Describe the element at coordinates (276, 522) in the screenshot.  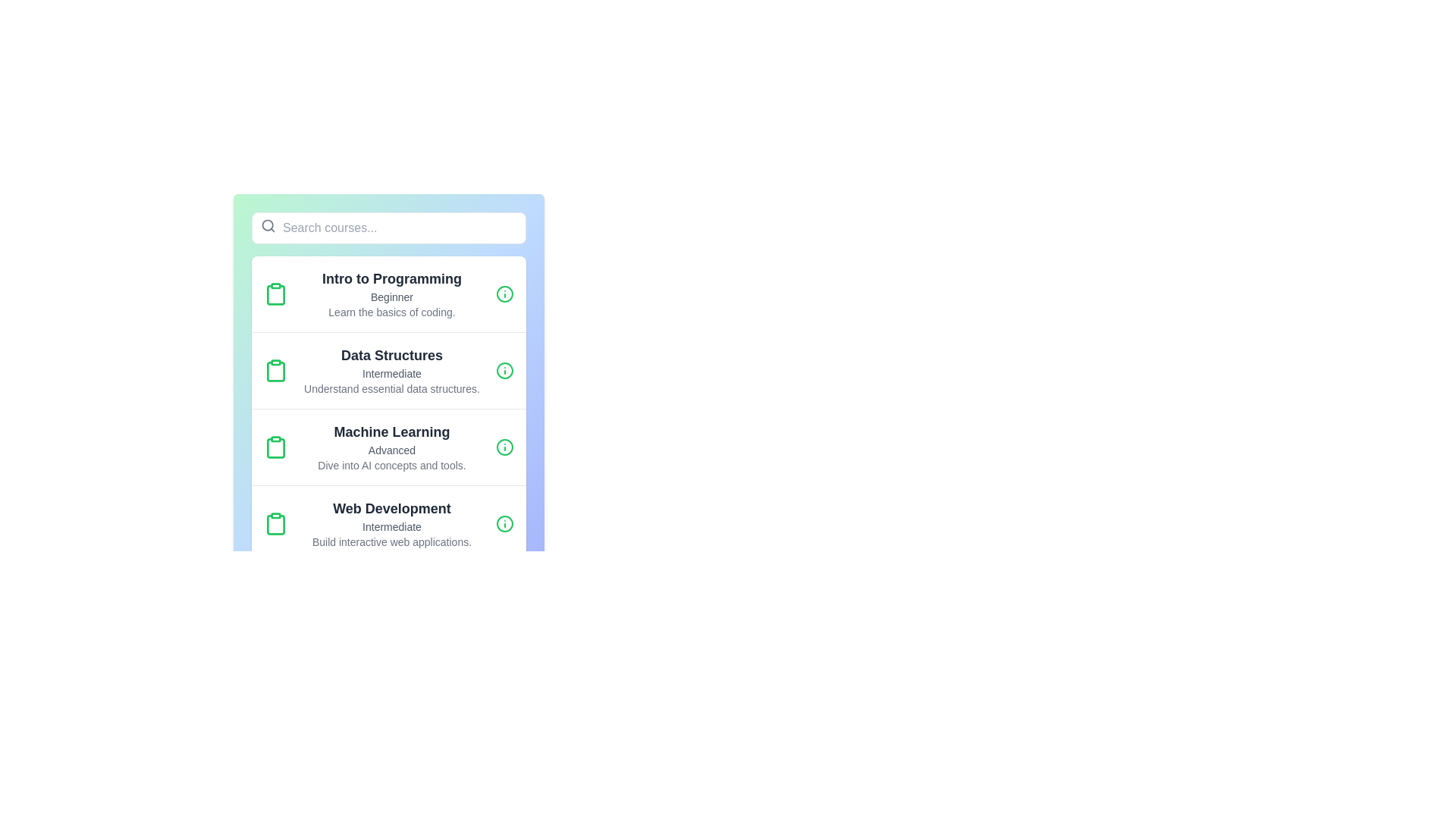
I see `the green clipboard icon located to the left of the 'Web Development' course title in the course list` at that location.